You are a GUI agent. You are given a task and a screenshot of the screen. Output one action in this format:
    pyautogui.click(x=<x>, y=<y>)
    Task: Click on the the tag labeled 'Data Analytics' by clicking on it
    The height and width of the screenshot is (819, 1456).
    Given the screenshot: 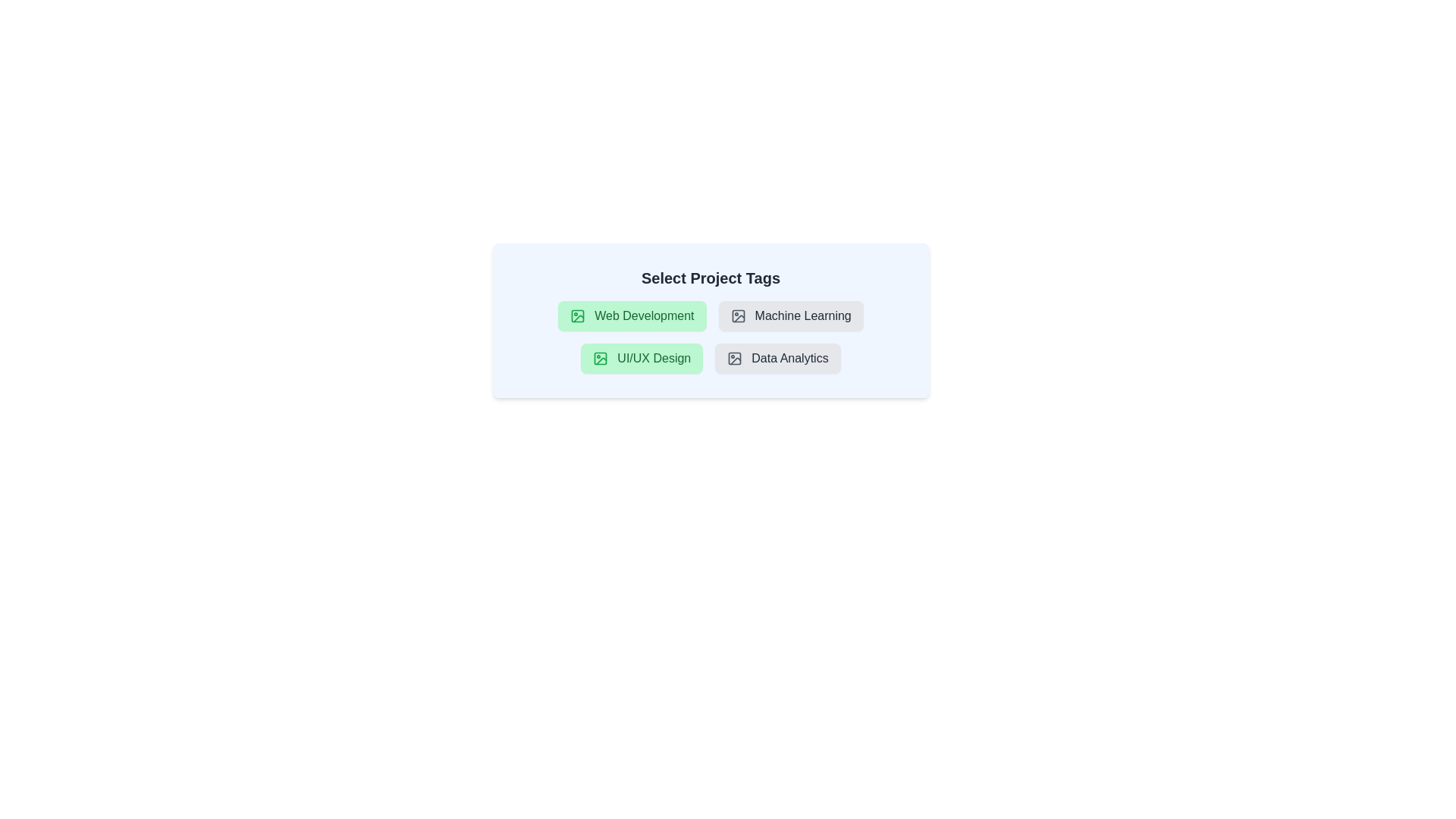 What is the action you would take?
    pyautogui.click(x=778, y=359)
    